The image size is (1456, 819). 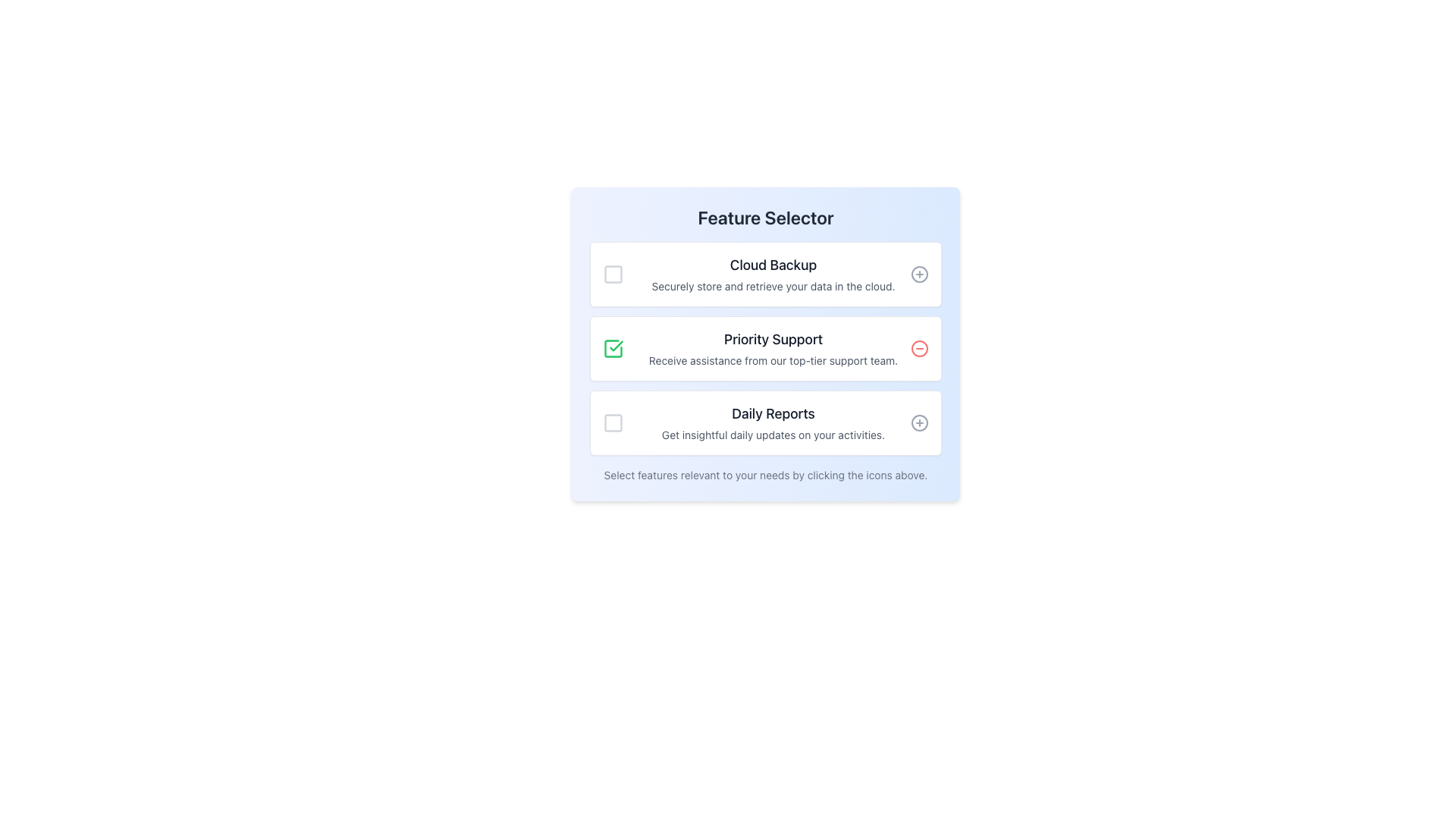 I want to click on the red circular button with a horizontal line symbolizing a subtract action, located to the right of the 'Priority Support' heading, so click(x=919, y=348).